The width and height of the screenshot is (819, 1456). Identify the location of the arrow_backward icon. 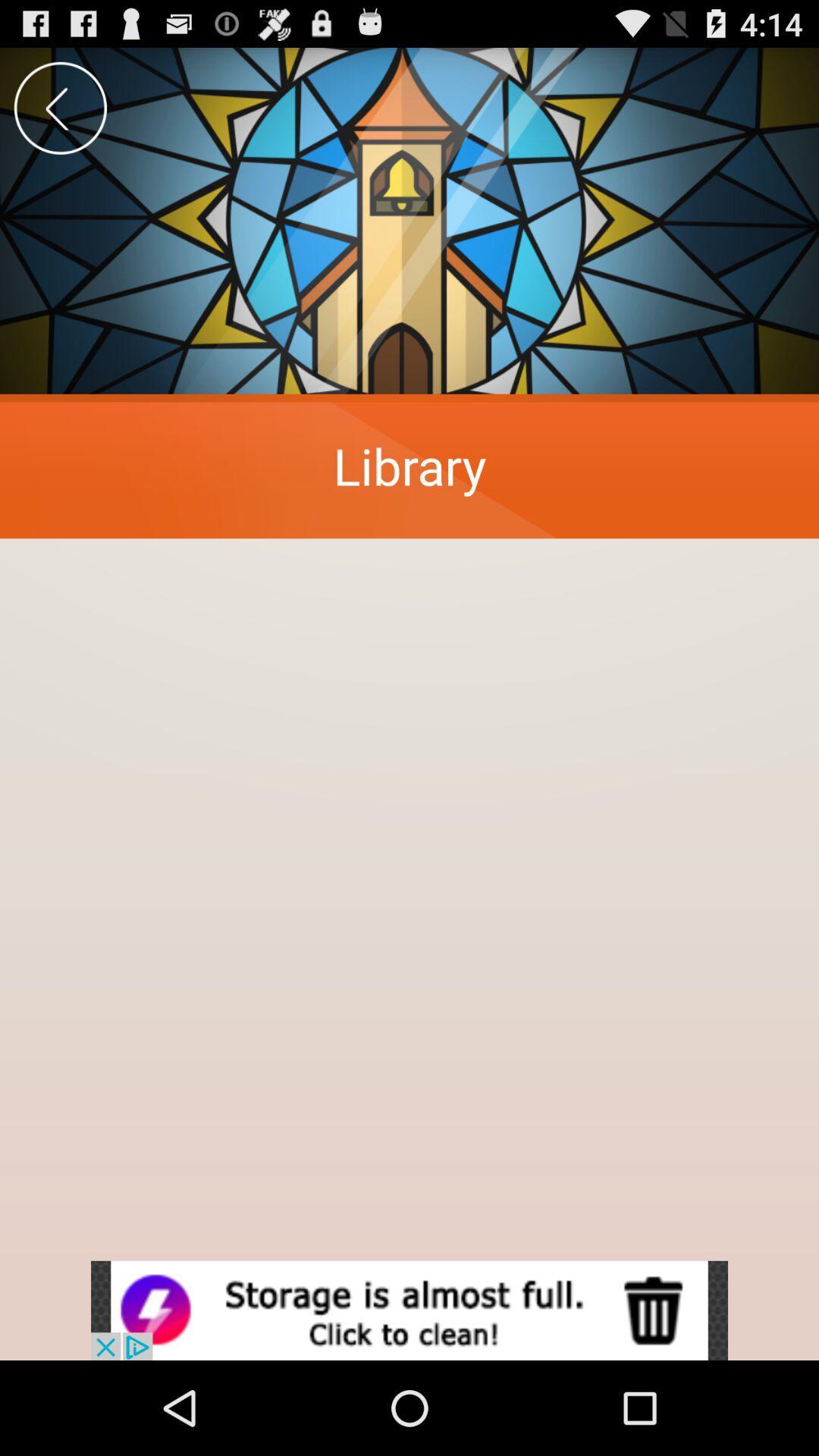
(59, 115).